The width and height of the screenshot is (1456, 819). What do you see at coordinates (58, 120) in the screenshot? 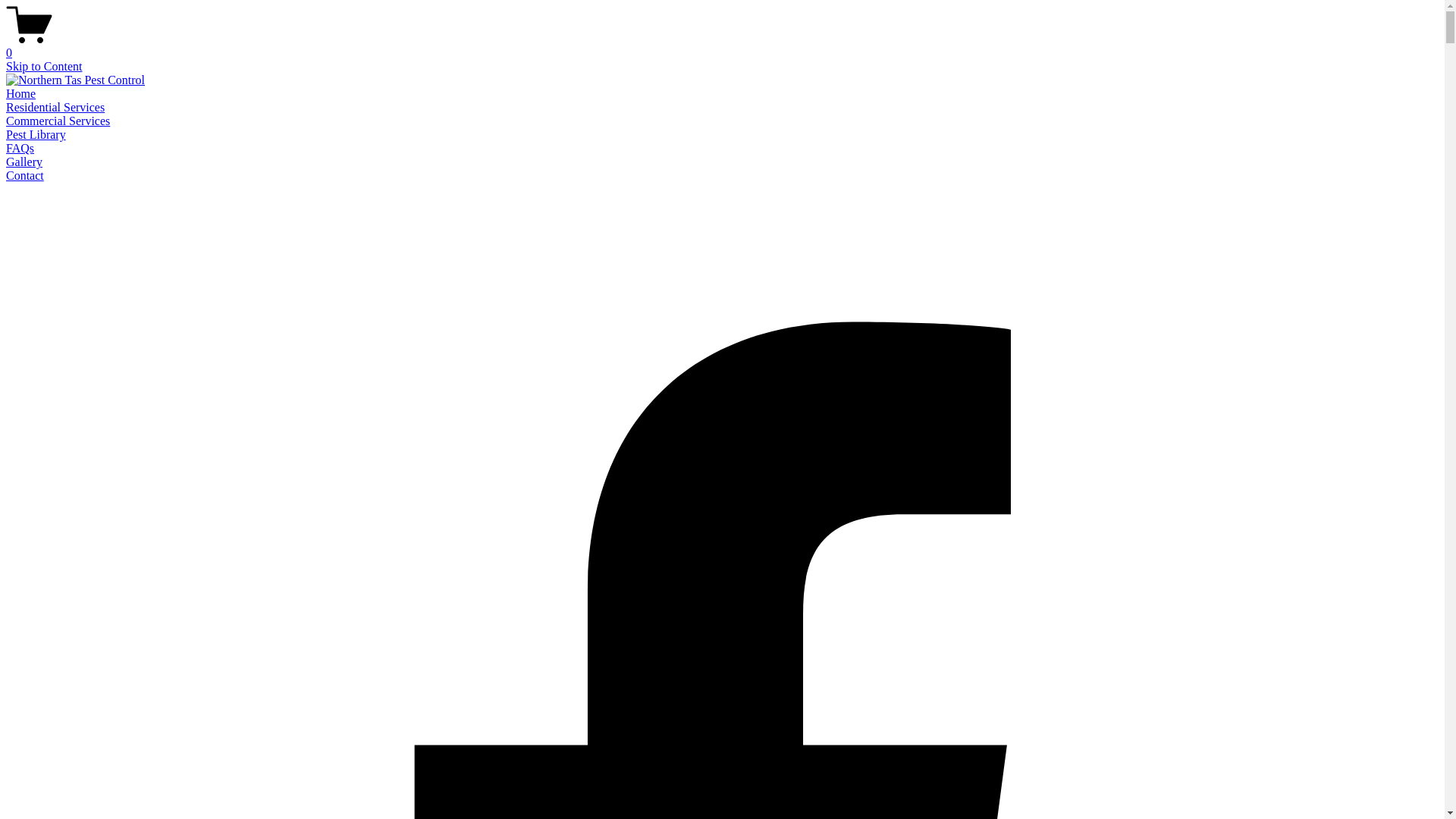
I see `'Commercial Services'` at bounding box center [58, 120].